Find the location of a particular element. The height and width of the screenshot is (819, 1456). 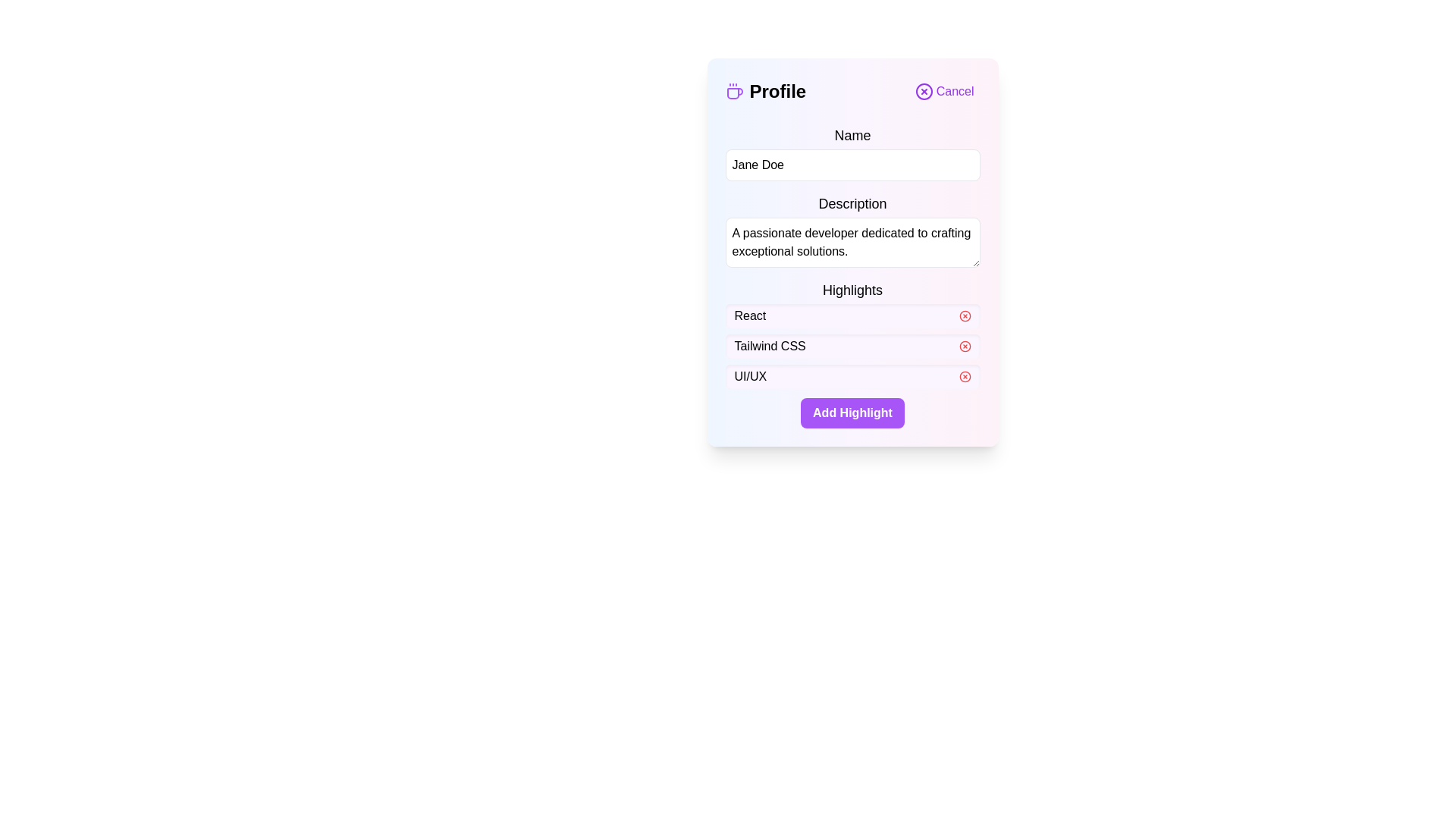

the text input field located below the 'Name' field and above the 'Highlights' section is located at coordinates (852, 231).